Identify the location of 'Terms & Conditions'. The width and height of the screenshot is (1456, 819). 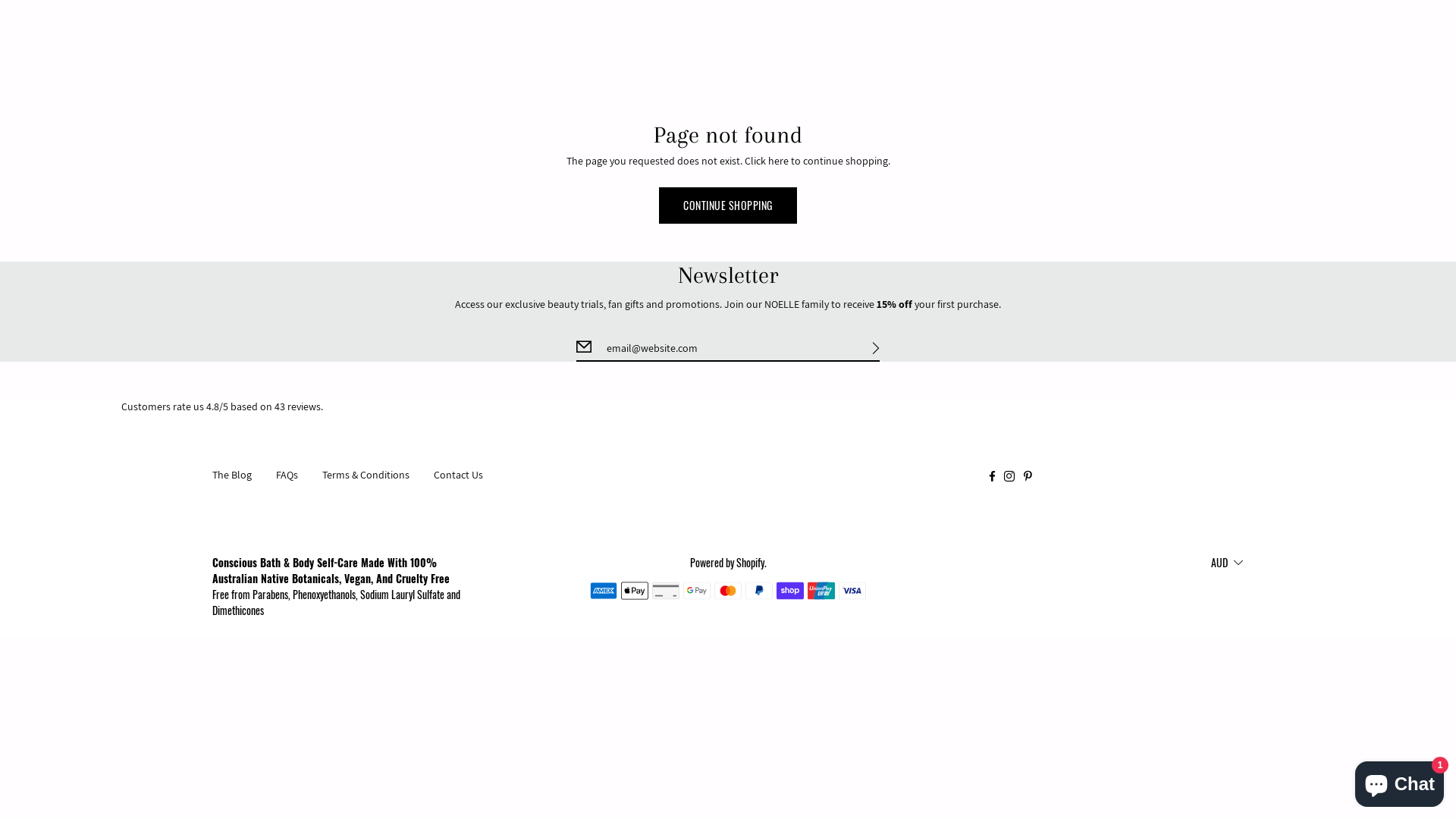
(366, 473).